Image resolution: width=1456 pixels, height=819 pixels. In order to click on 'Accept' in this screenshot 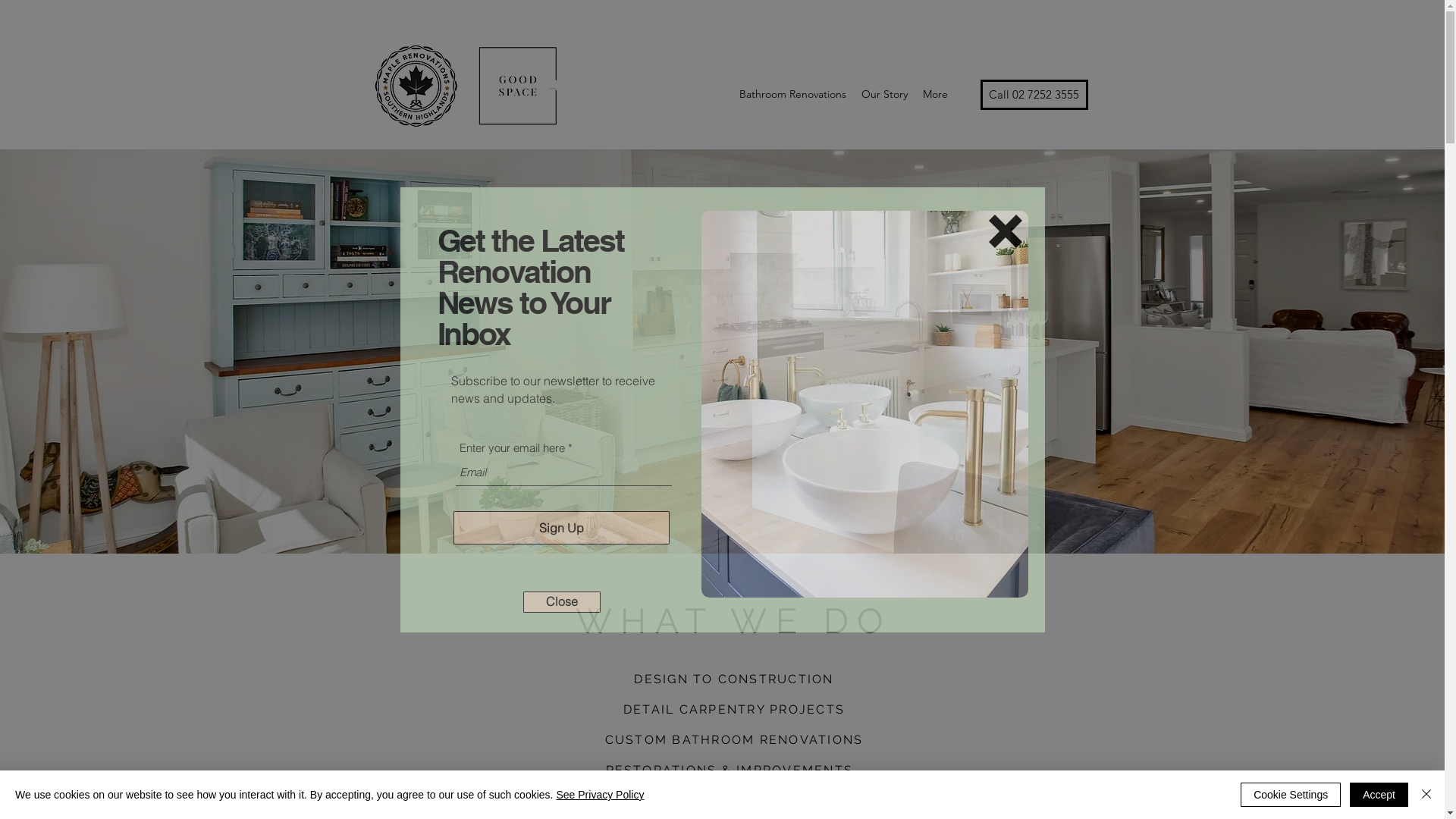, I will do `click(1379, 794)`.